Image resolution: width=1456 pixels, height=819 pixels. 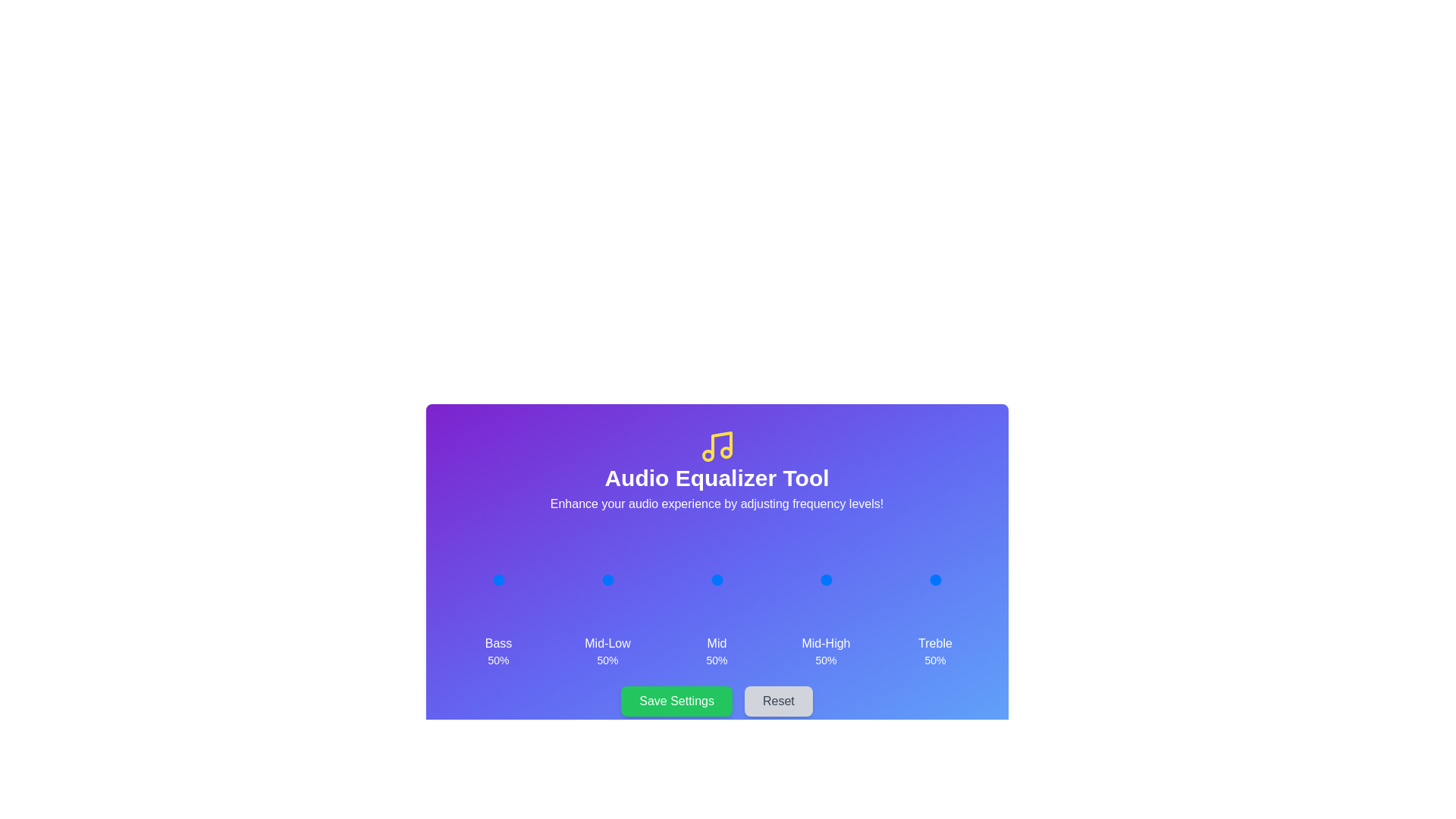 I want to click on the 3 slider to 46%, so click(x=823, y=579).